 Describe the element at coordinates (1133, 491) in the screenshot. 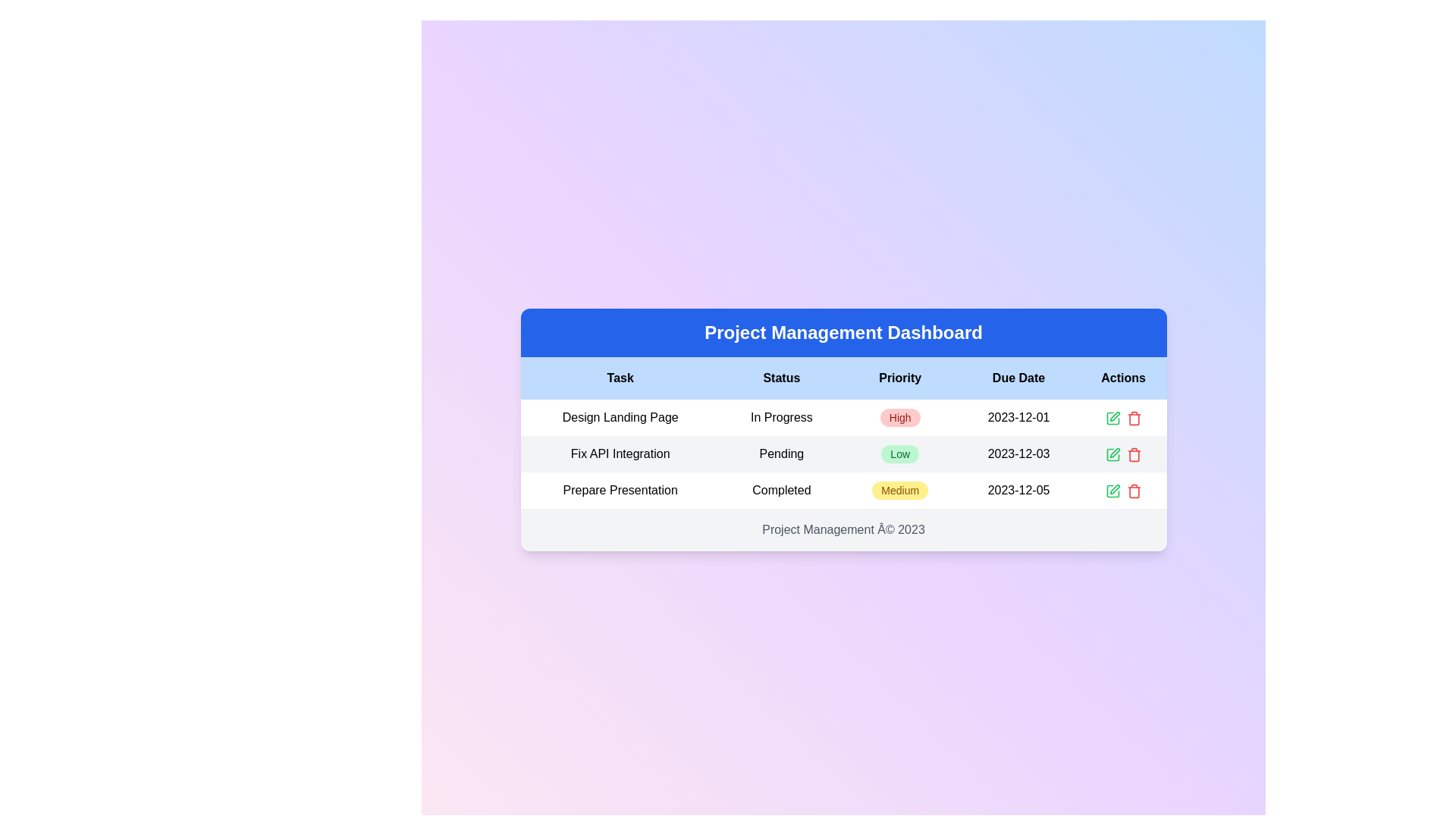

I see `the trash icon button in red at the end of the action icons in the 'Actions' column of the task table` at that location.